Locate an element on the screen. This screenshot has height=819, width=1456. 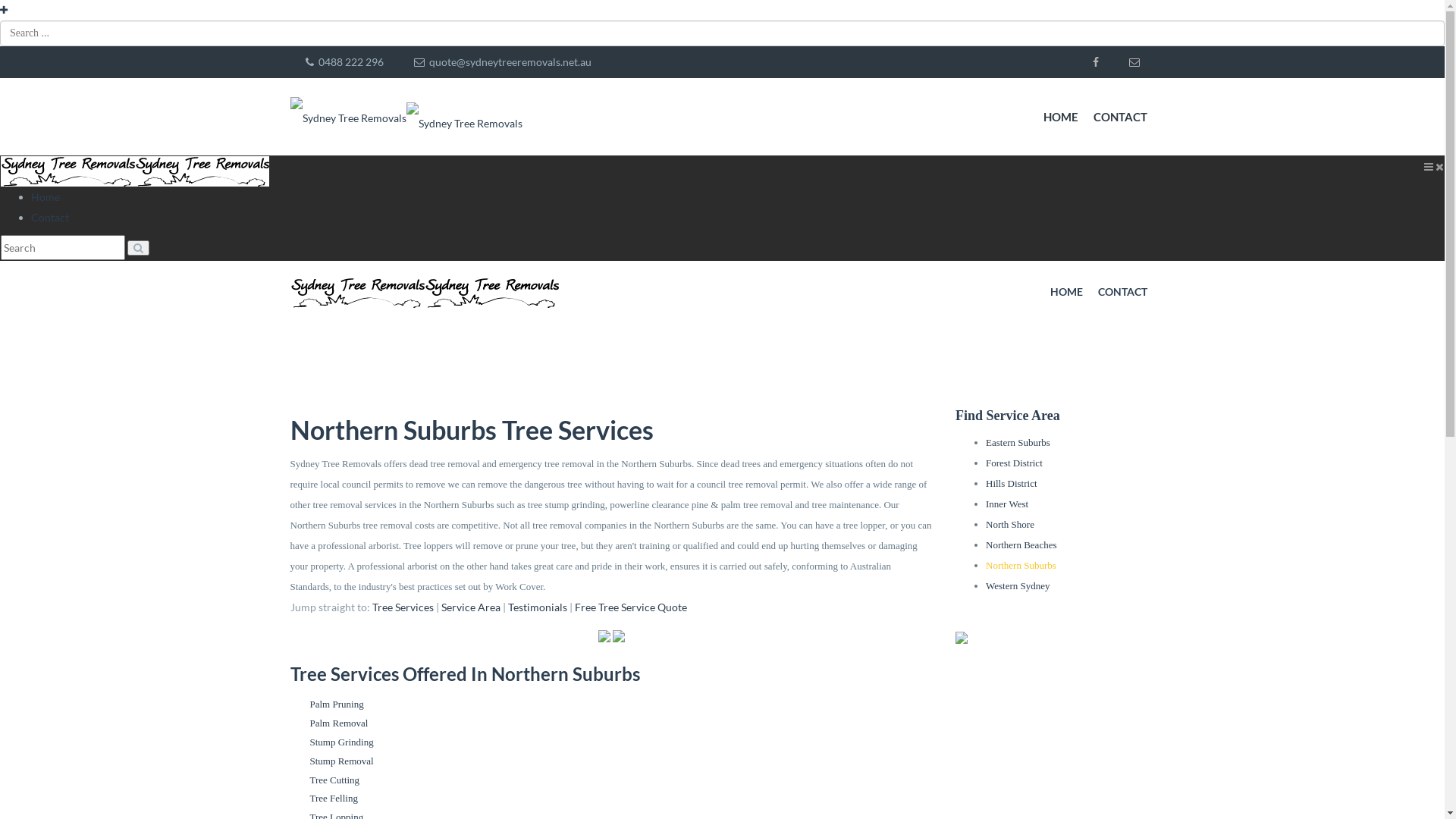
'  quote@sydneytreeremovals.net.au' is located at coordinates (502, 61).